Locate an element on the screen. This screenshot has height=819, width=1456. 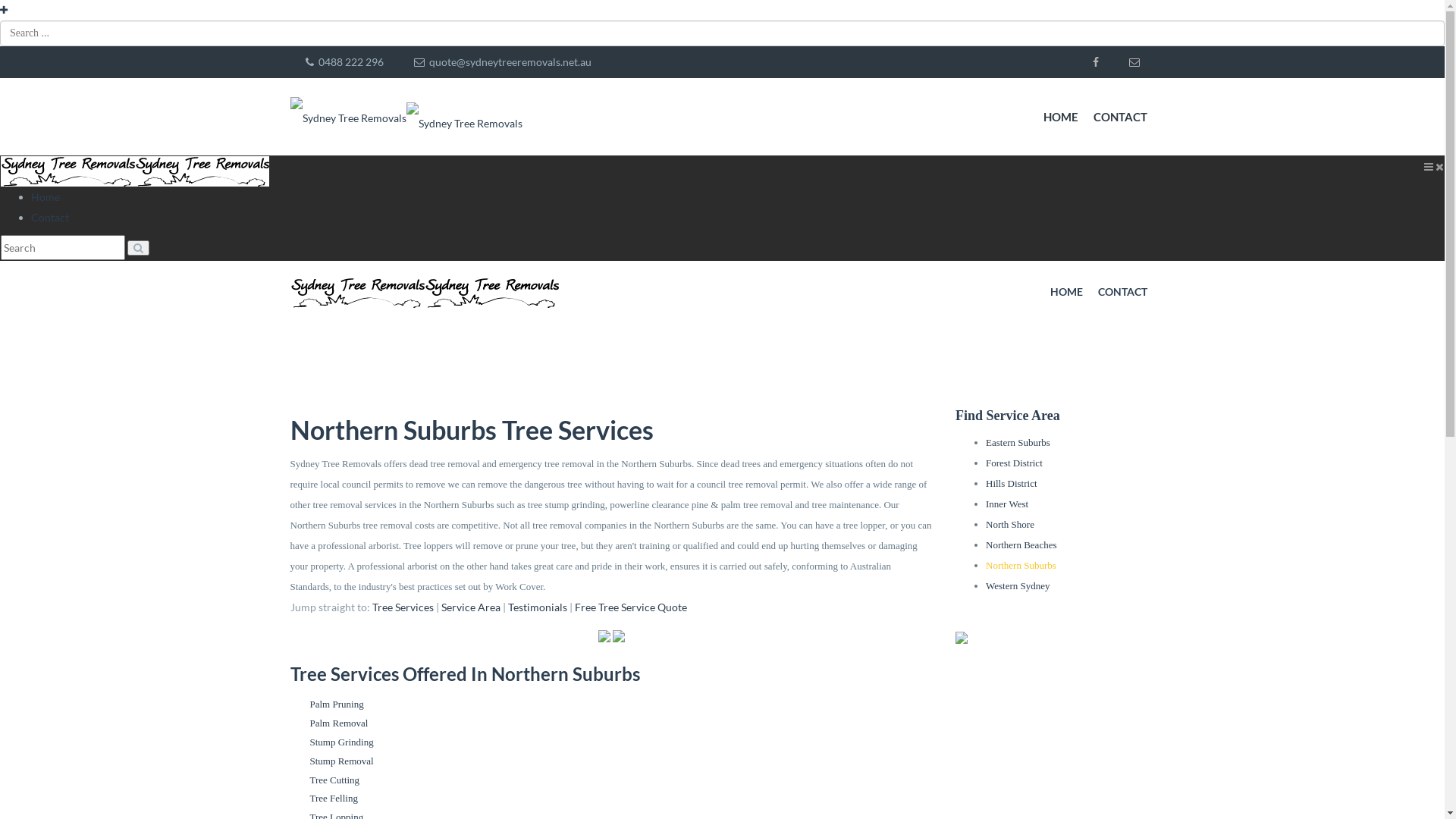
'  quote@sydneytreeremovals.net.au' is located at coordinates (502, 61).